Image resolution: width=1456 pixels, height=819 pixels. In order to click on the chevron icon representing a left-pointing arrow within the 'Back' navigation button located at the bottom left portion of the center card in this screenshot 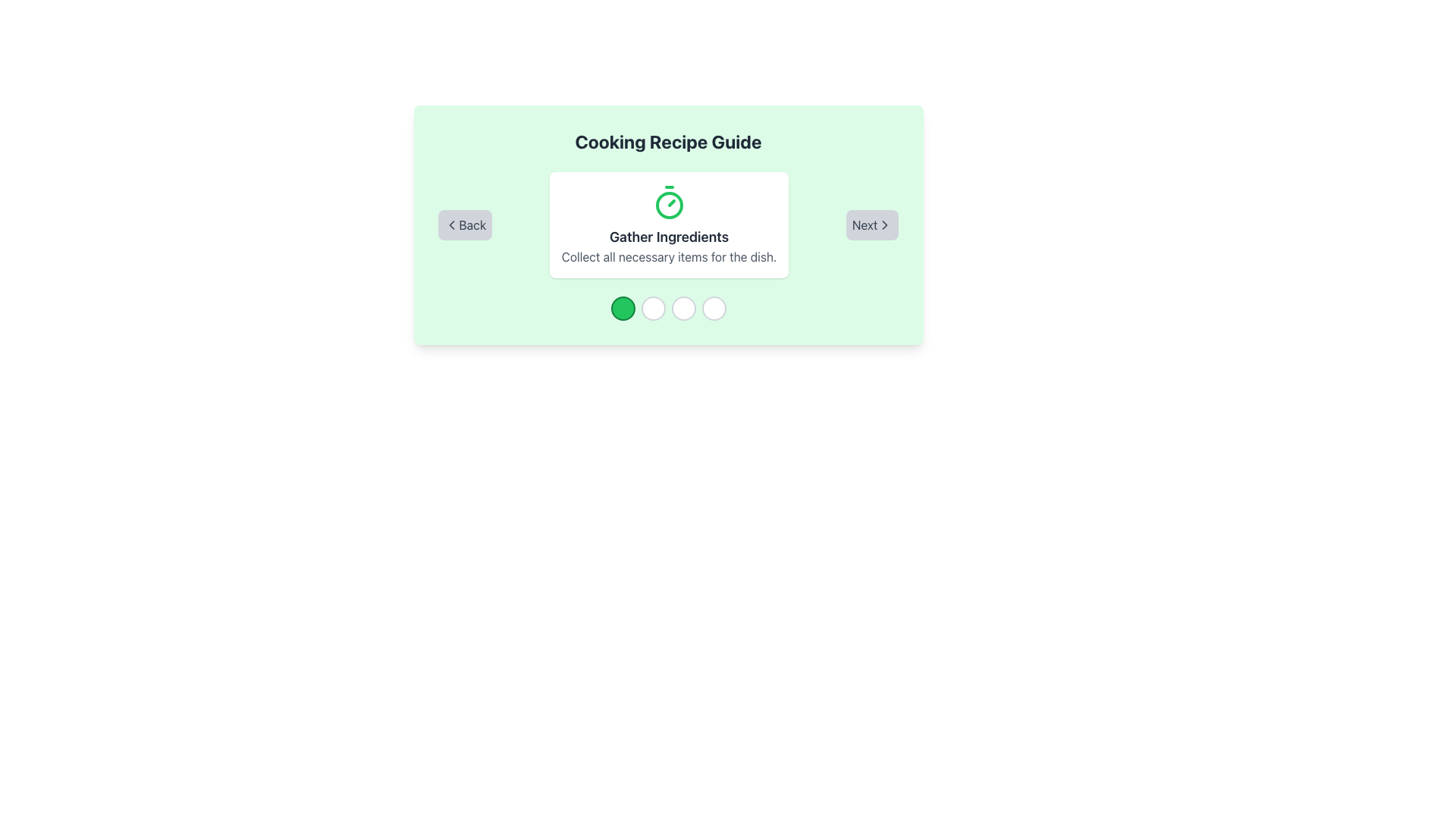, I will do `click(450, 225)`.